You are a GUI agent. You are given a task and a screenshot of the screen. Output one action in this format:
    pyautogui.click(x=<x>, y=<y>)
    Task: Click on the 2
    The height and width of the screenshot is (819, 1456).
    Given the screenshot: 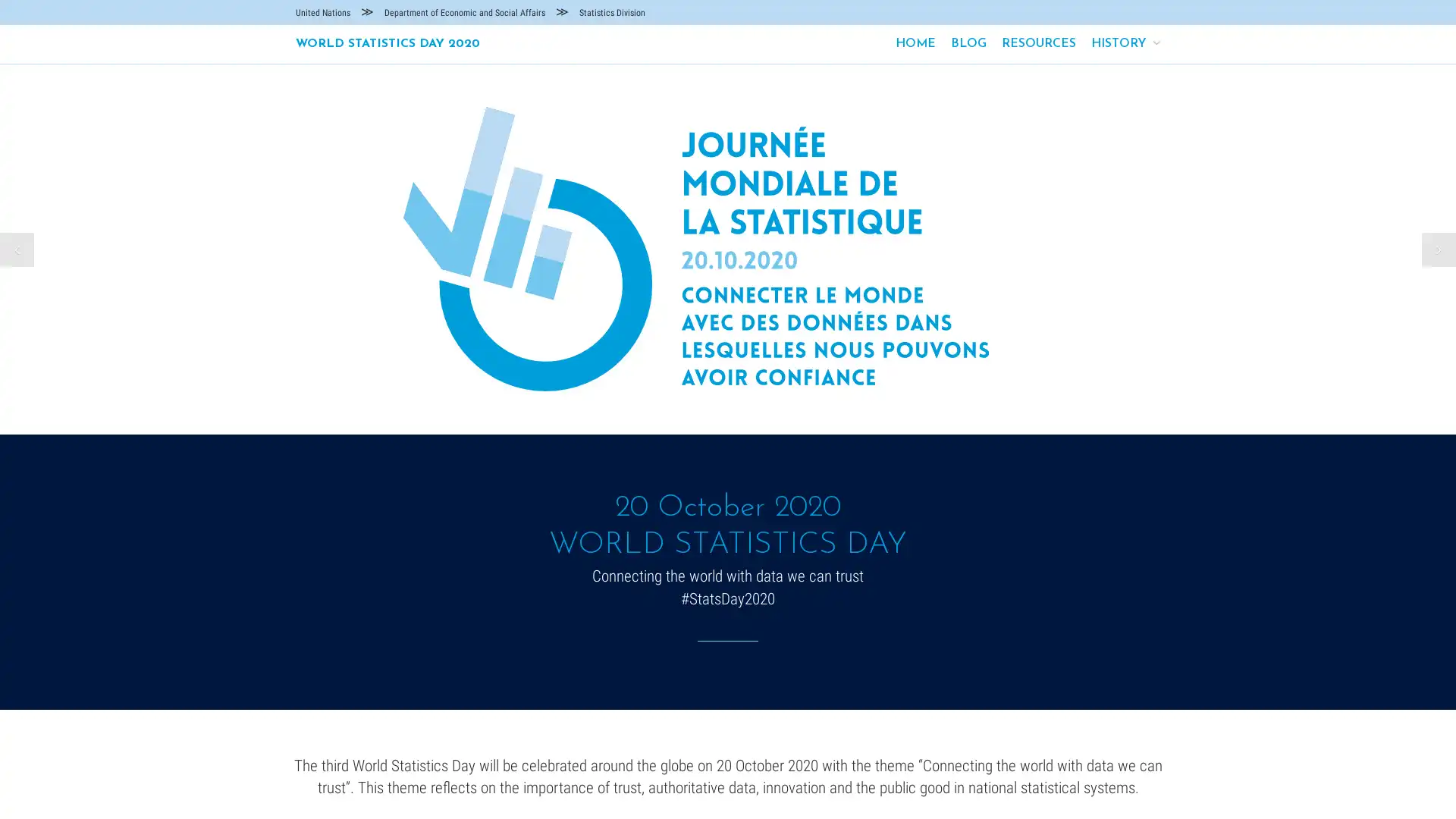 What is the action you would take?
    pyautogui.click(x=701, y=405)
    